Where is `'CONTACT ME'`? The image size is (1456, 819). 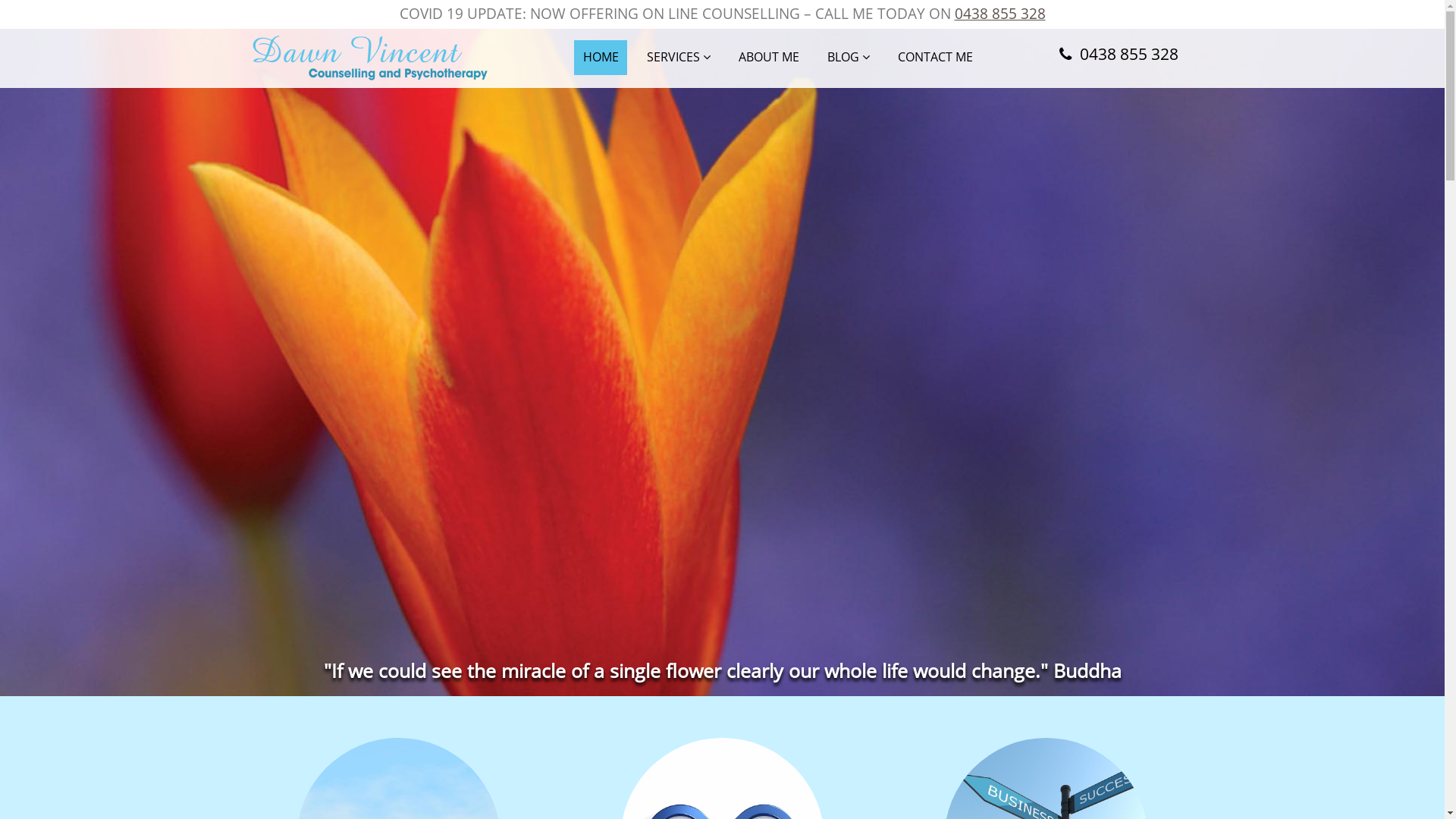
'CONTACT ME' is located at coordinates (934, 57).